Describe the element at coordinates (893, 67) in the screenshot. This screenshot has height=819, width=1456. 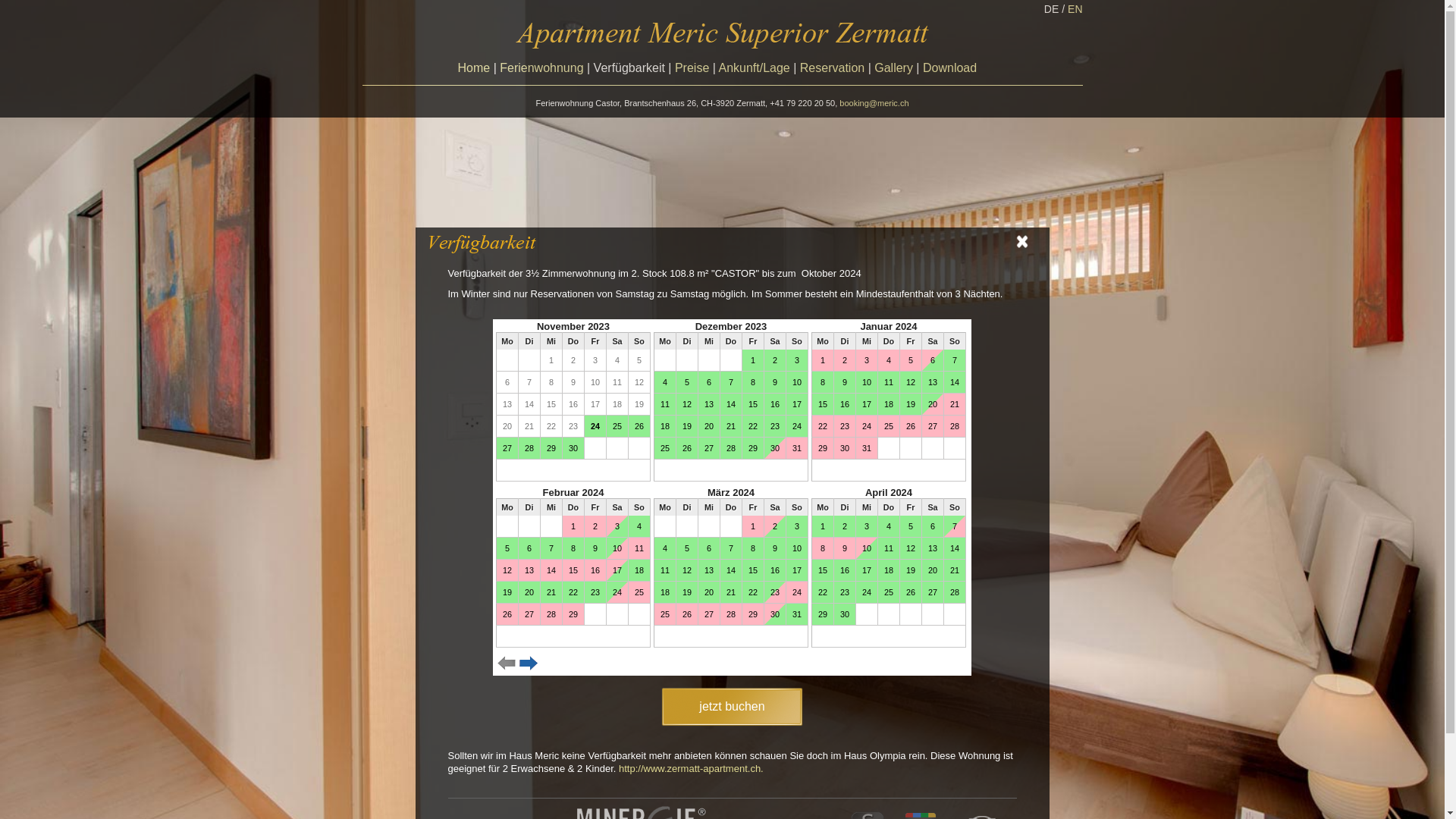
I see `'Gallery'` at that location.